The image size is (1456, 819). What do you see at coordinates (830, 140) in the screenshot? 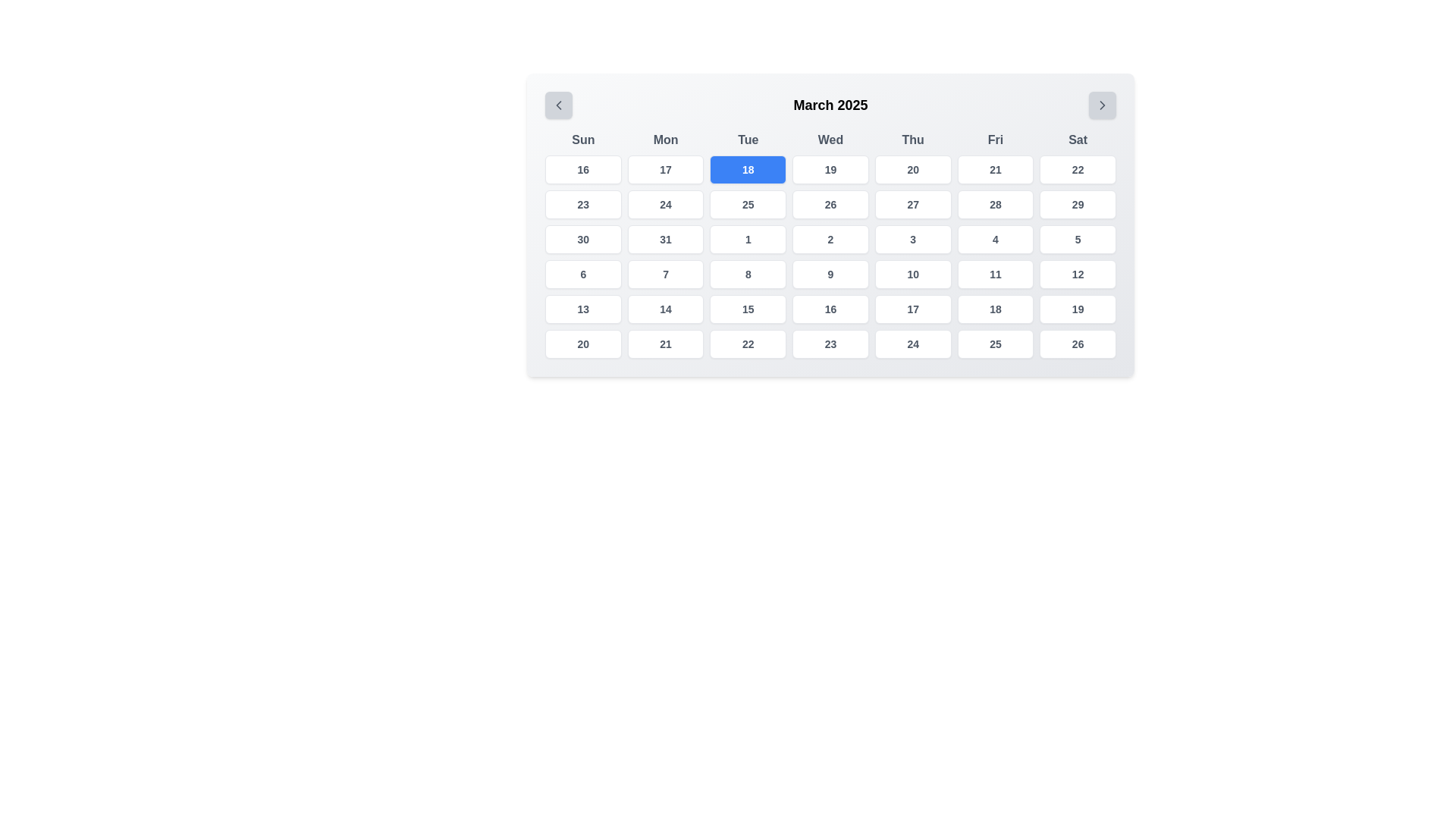
I see `the Wednesday column header in the calendar grid, which is the fourth column between 'Tue' and 'Thu'` at bounding box center [830, 140].